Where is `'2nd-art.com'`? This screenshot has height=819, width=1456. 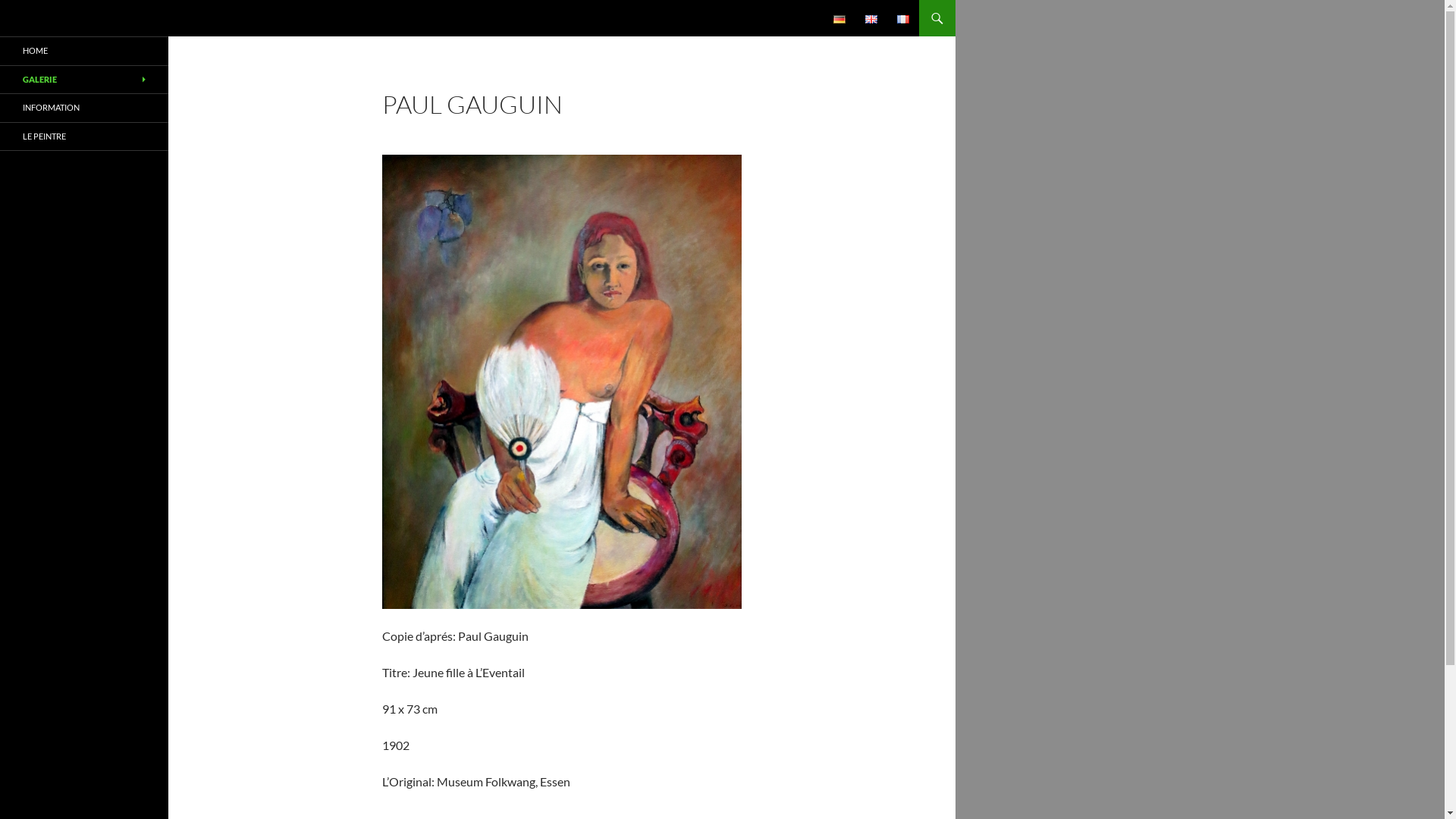
'2nd-art.com' is located at coordinates (59, 17).